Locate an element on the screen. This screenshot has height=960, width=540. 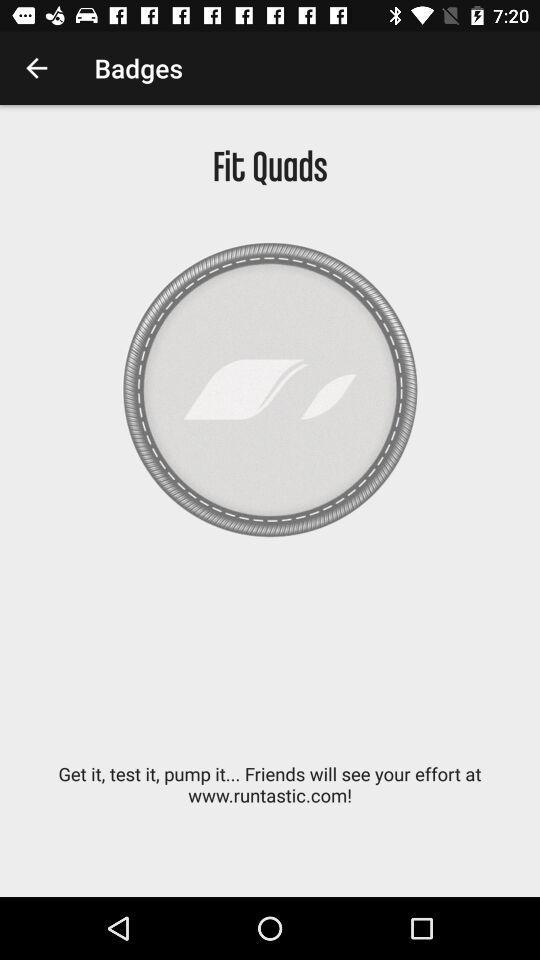
the app next to the badges item is located at coordinates (36, 68).